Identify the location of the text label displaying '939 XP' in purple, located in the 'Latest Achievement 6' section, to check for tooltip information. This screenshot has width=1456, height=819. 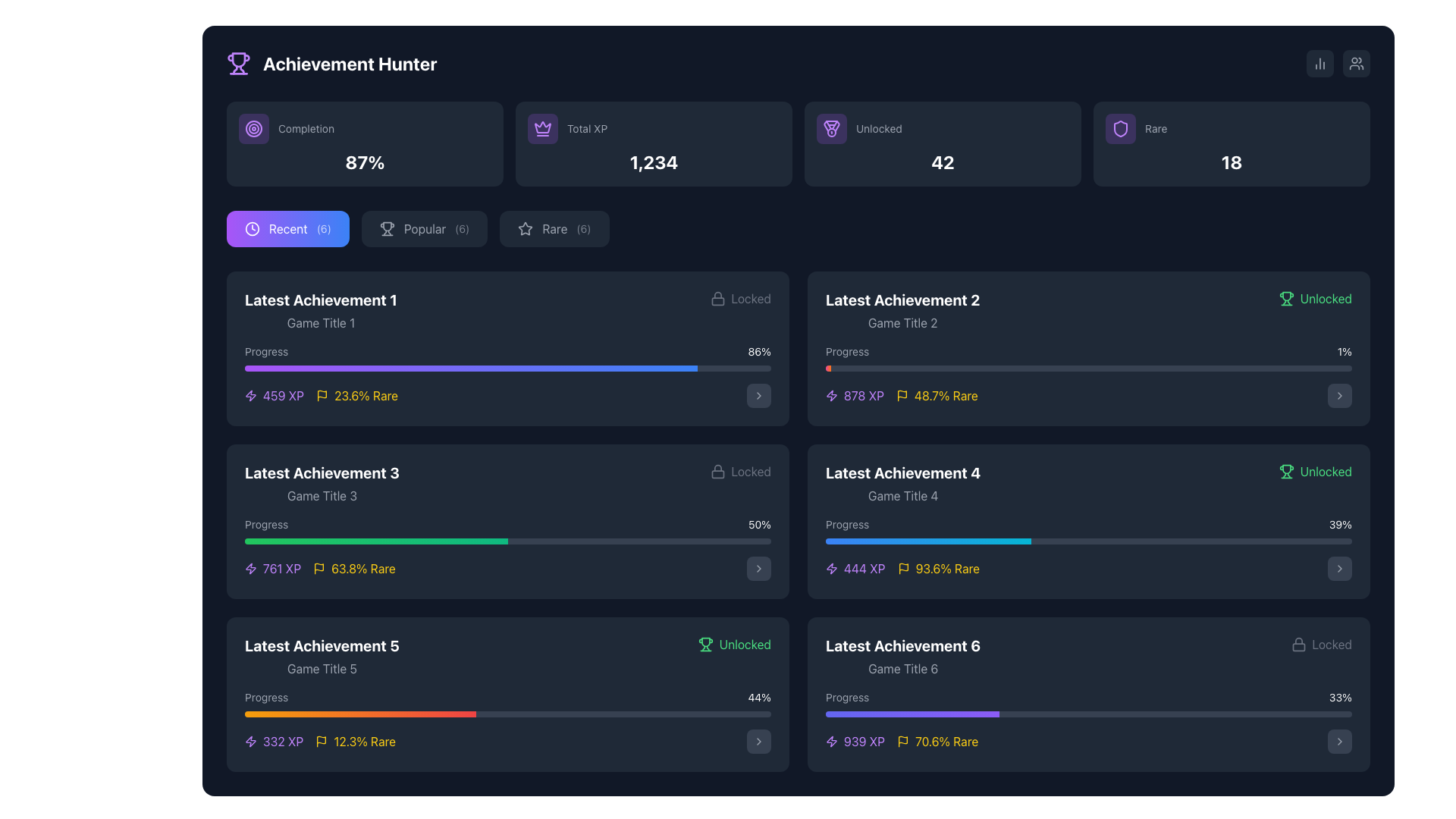
(864, 741).